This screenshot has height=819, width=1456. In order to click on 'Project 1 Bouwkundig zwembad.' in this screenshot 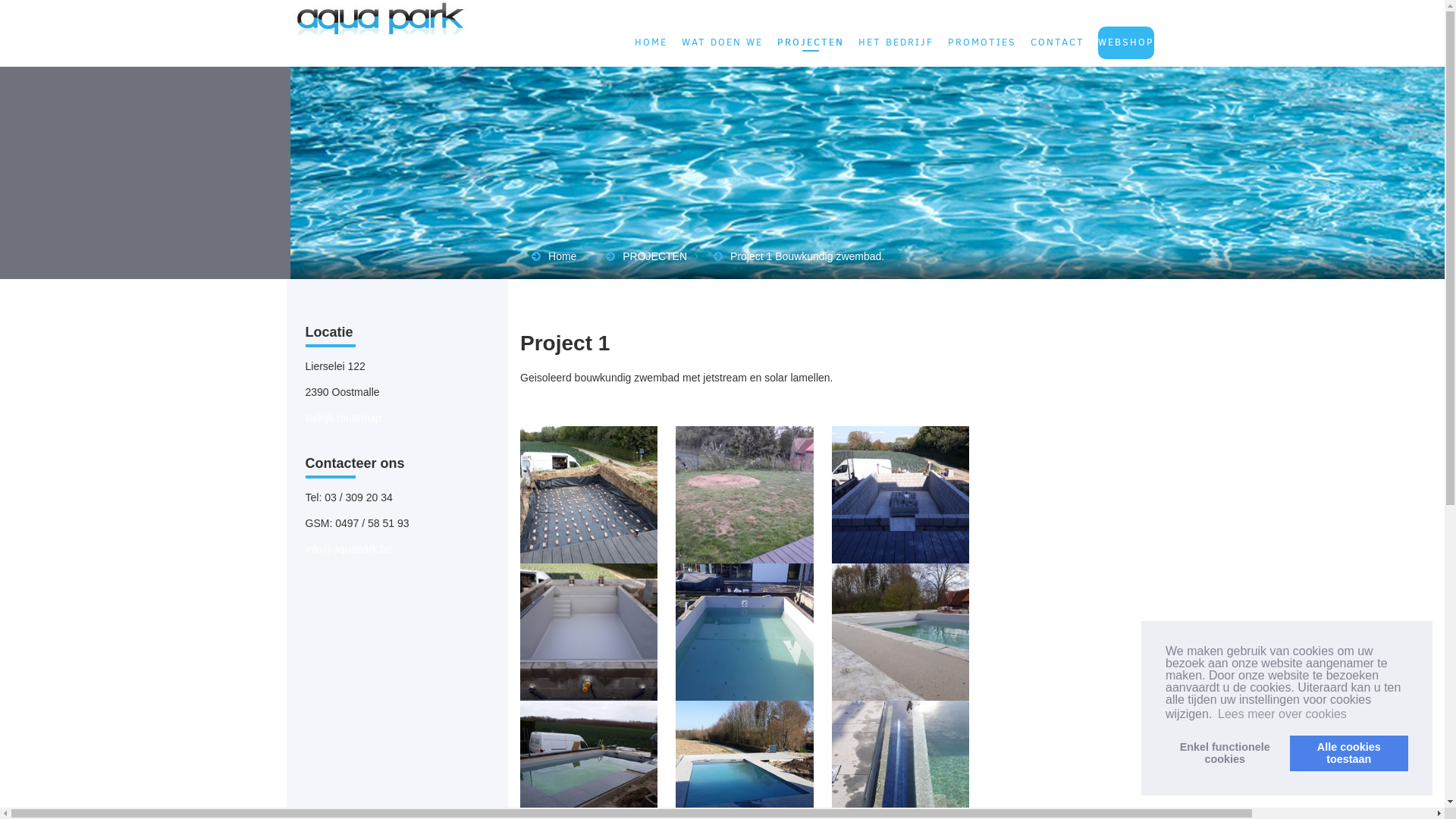, I will do `click(806, 256)`.